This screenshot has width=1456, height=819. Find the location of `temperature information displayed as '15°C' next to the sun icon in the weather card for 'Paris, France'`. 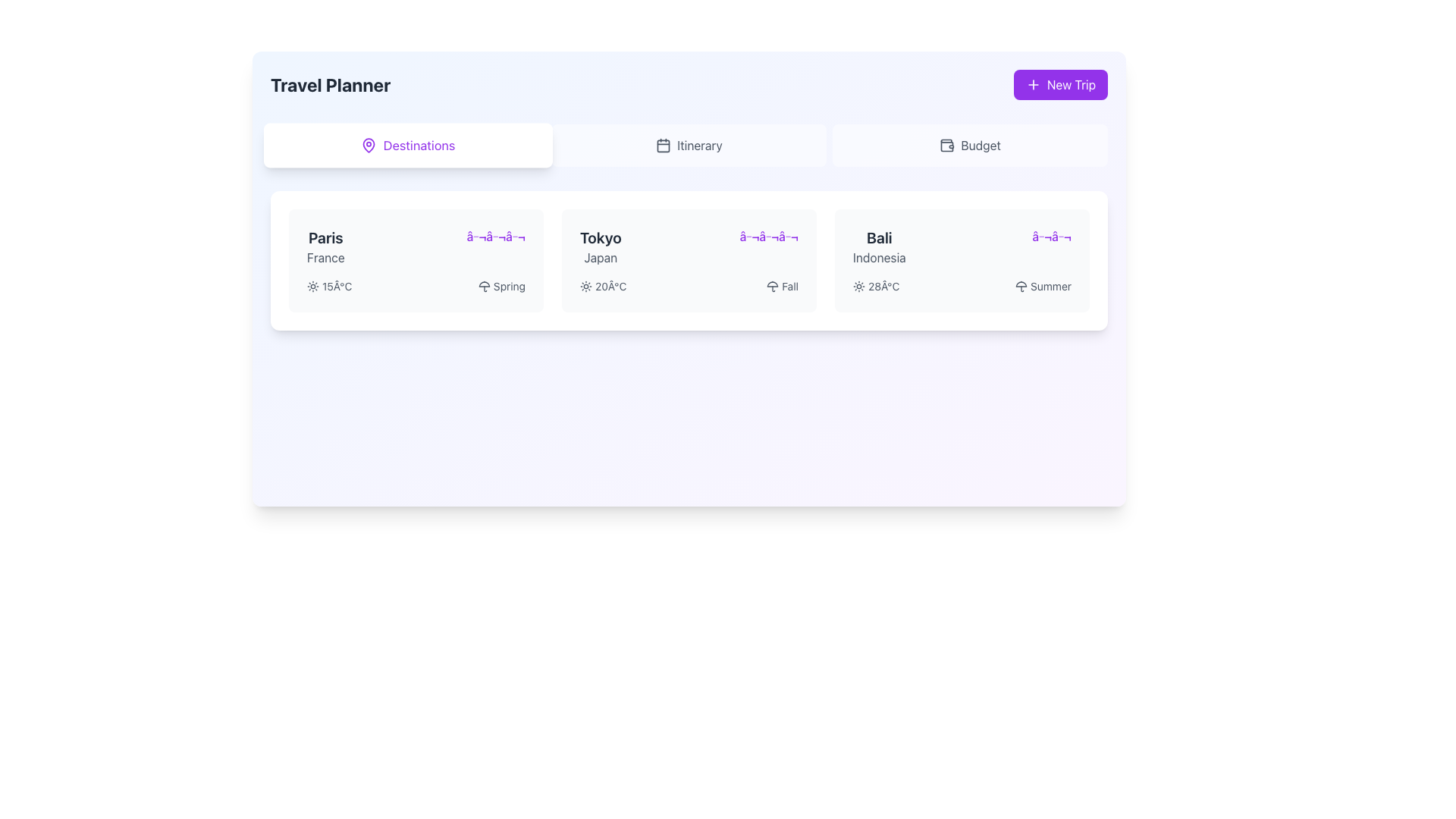

temperature information displayed as '15°C' next to the sun icon in the weather card for 'Paris, France' is located at coordinates (328, 287).